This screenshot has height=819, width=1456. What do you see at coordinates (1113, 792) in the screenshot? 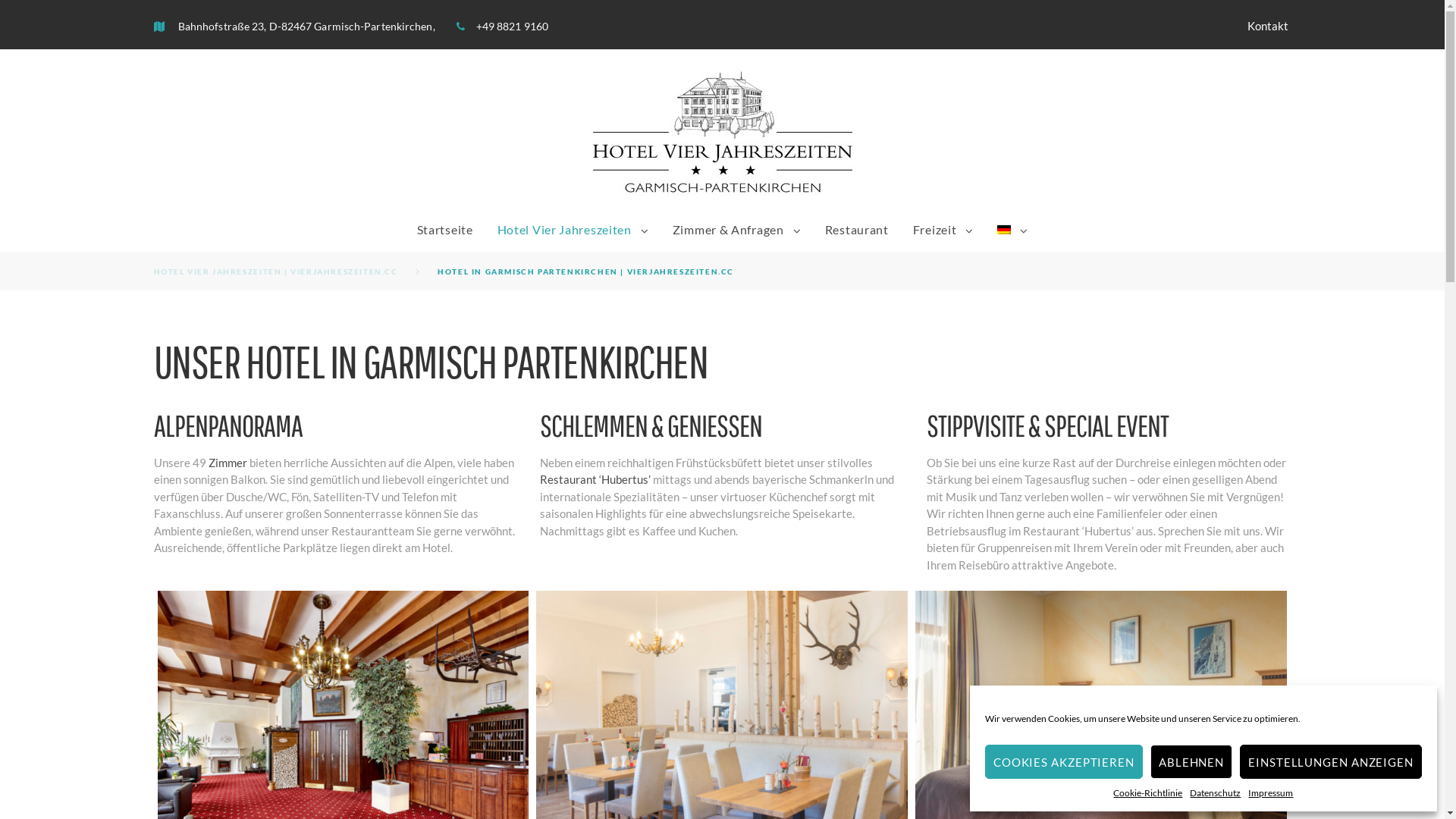
I see `'Cookie-Richtlinie'` at bounding box center [1113, 792].